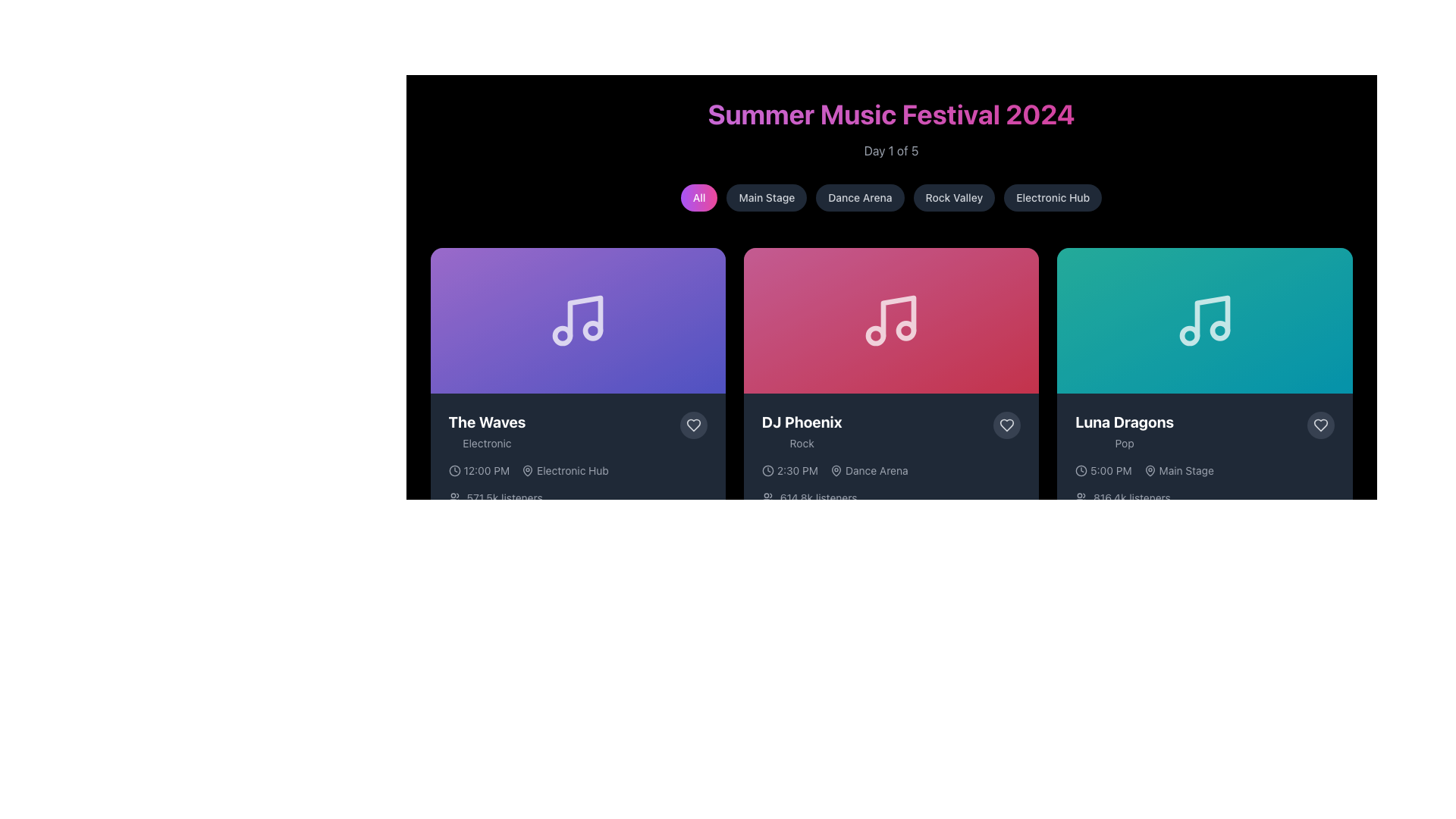 Image resolution: width=1456 pixels, height=819 pixels. Describe the element at coordinates (1319, 425) in the screenshot. I see `the heart-shaped icon button with a dark grey background, located on the far right side of the 'Luna Dragons' item` at that location.